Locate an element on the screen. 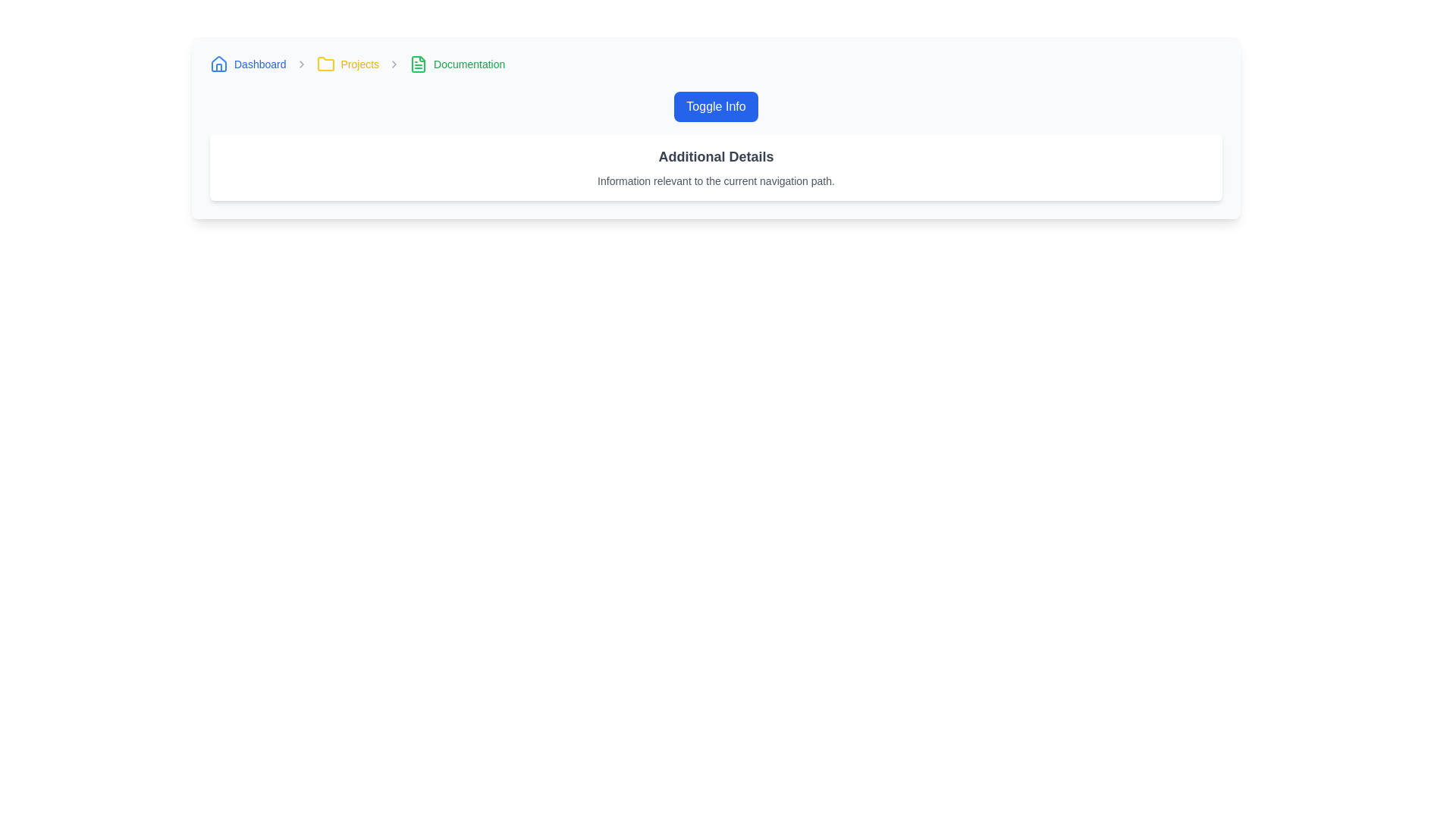 This screenshot has width=1456, height=819. the 'Dashboard' hyperlink, which is styled in blue with an underline that appears on hover, located in the breadcrumb navigation bar at the top-center of the interface is located at coordinates (260, 63).